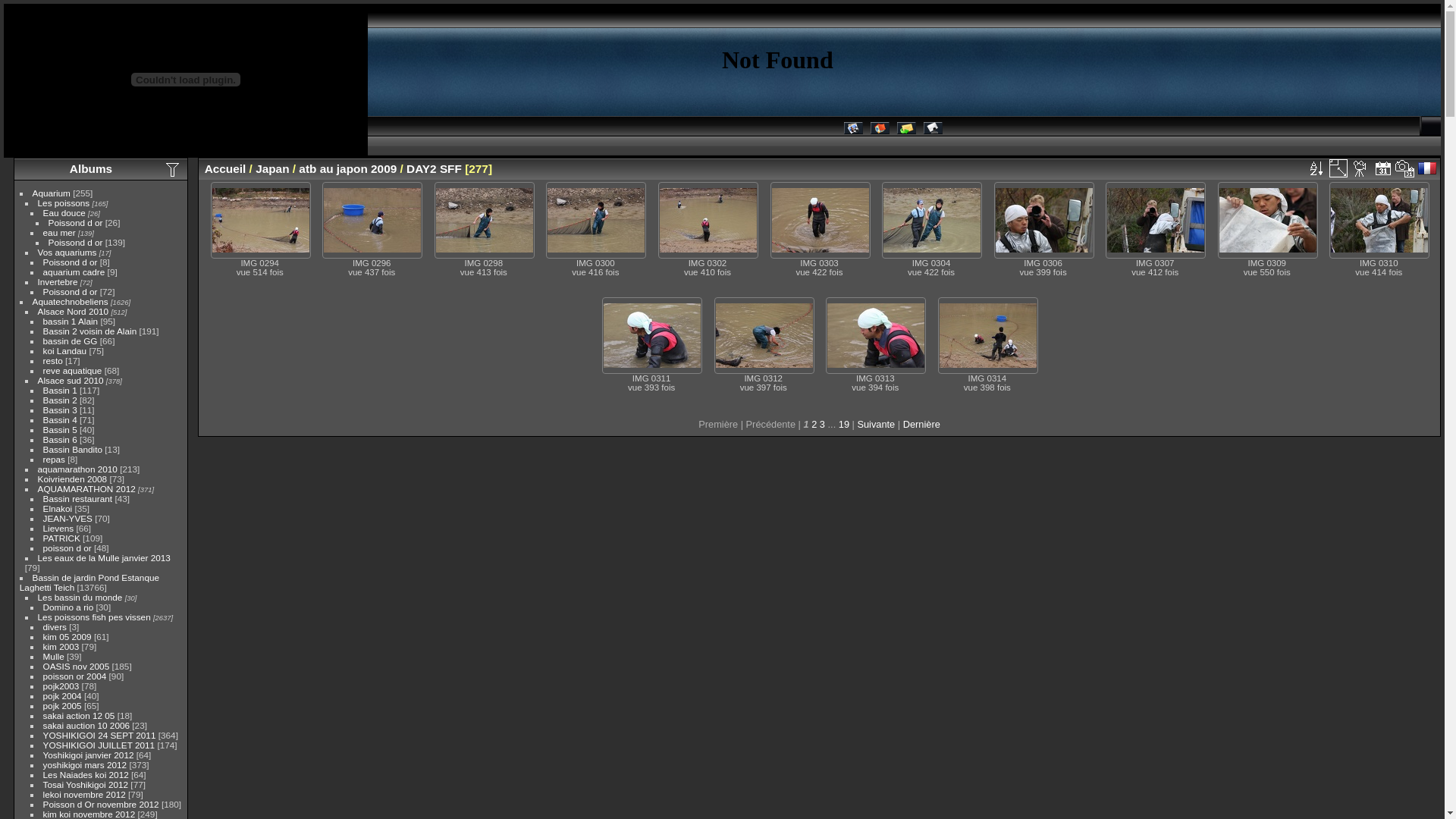 This screenshot has width=1456, height=819. What do you see at coordinates (84, 764) in the screenshot?
I see `'yoshikigoi mars 2012'` at bounding box center [84, 764].